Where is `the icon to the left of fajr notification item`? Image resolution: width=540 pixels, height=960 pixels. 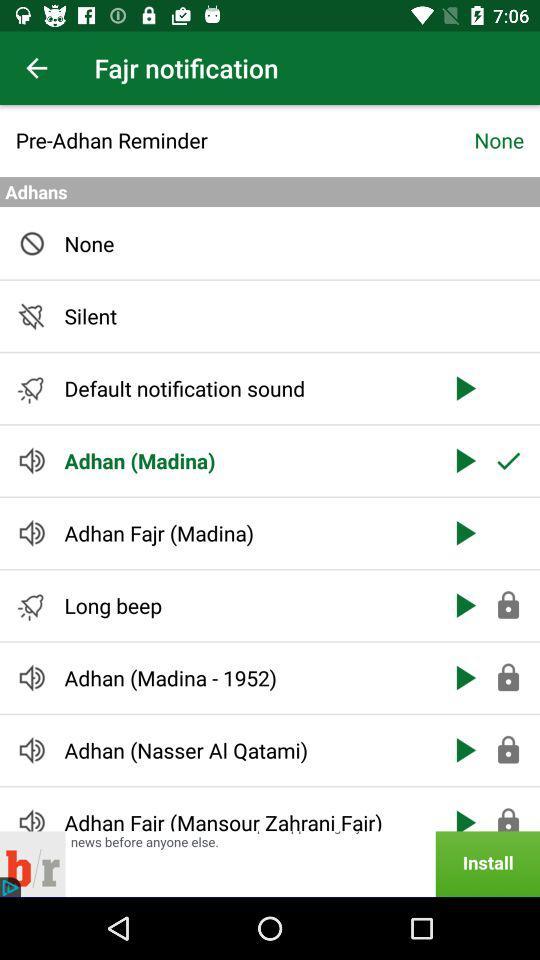 the icon to the left of fajr notification item is located at coordinates (36, 68).